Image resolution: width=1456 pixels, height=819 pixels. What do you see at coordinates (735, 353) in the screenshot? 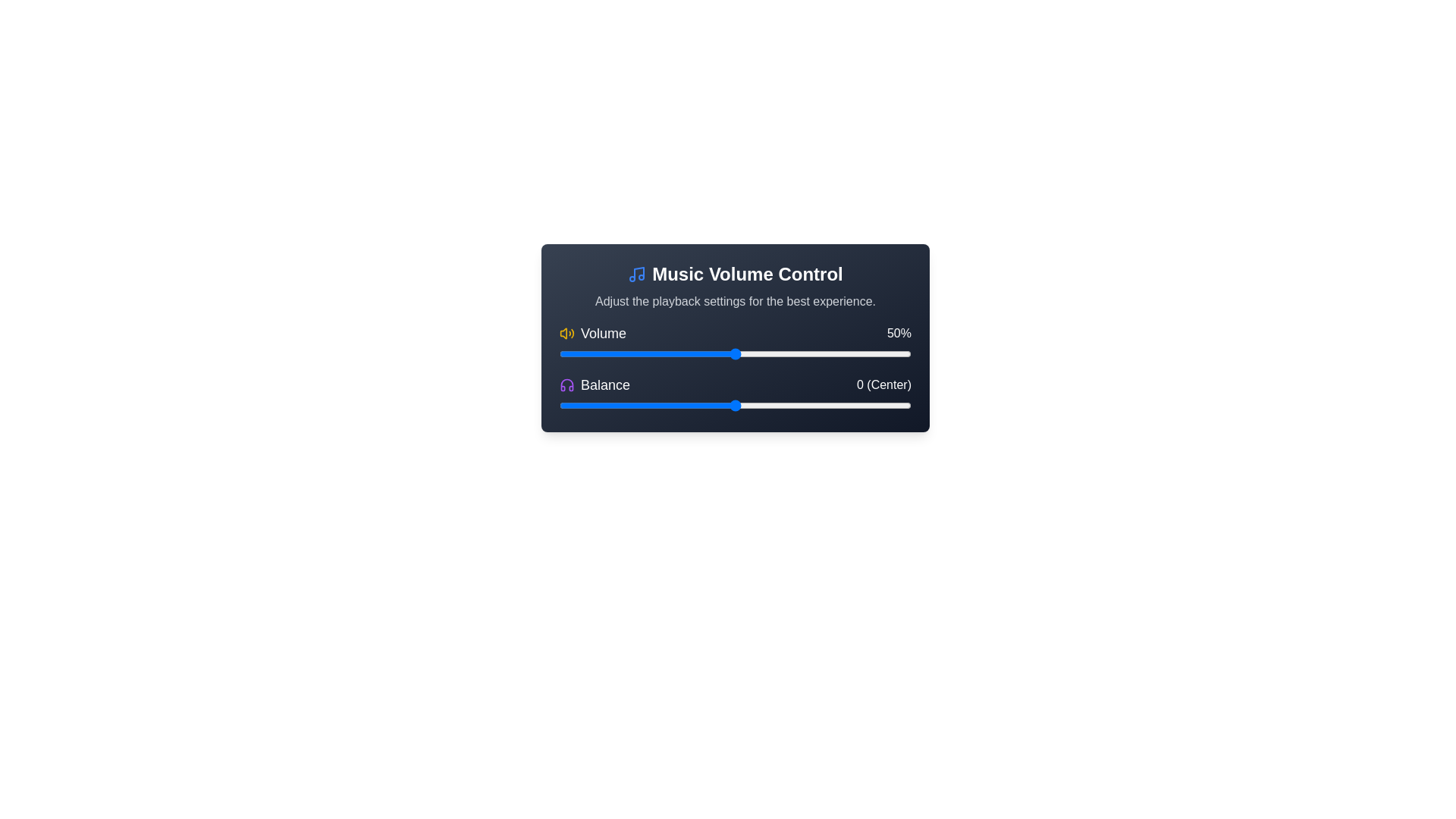
I see `the volume slider to set the volume to 50%` at bounding box center [735, 353].